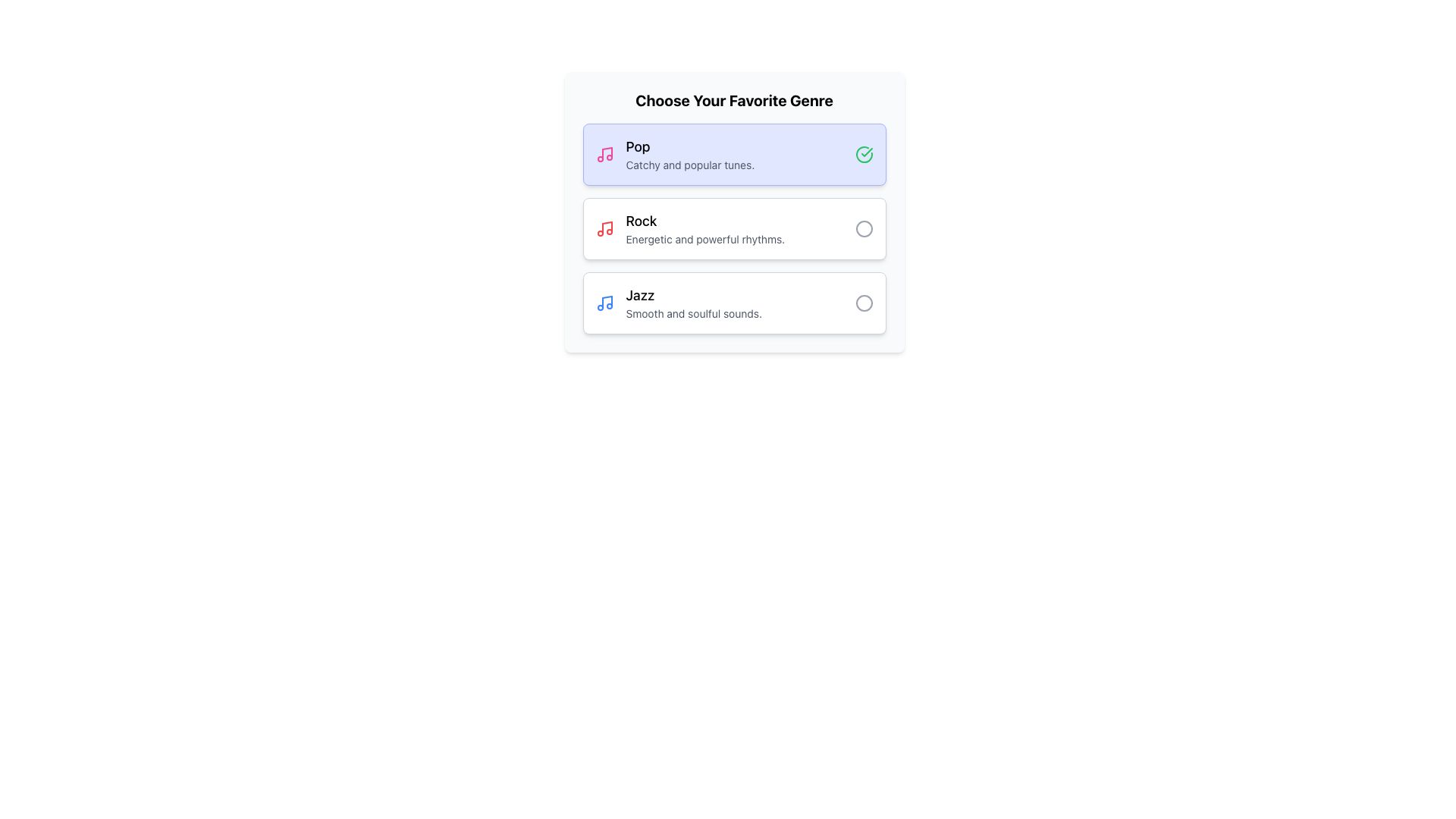 This screenshot has width=1456, height=819. I want to click on the Graphic Indicator representing the 'Rock' segment in the vertical list, located towards the right side of the segment, so click(864, 228).